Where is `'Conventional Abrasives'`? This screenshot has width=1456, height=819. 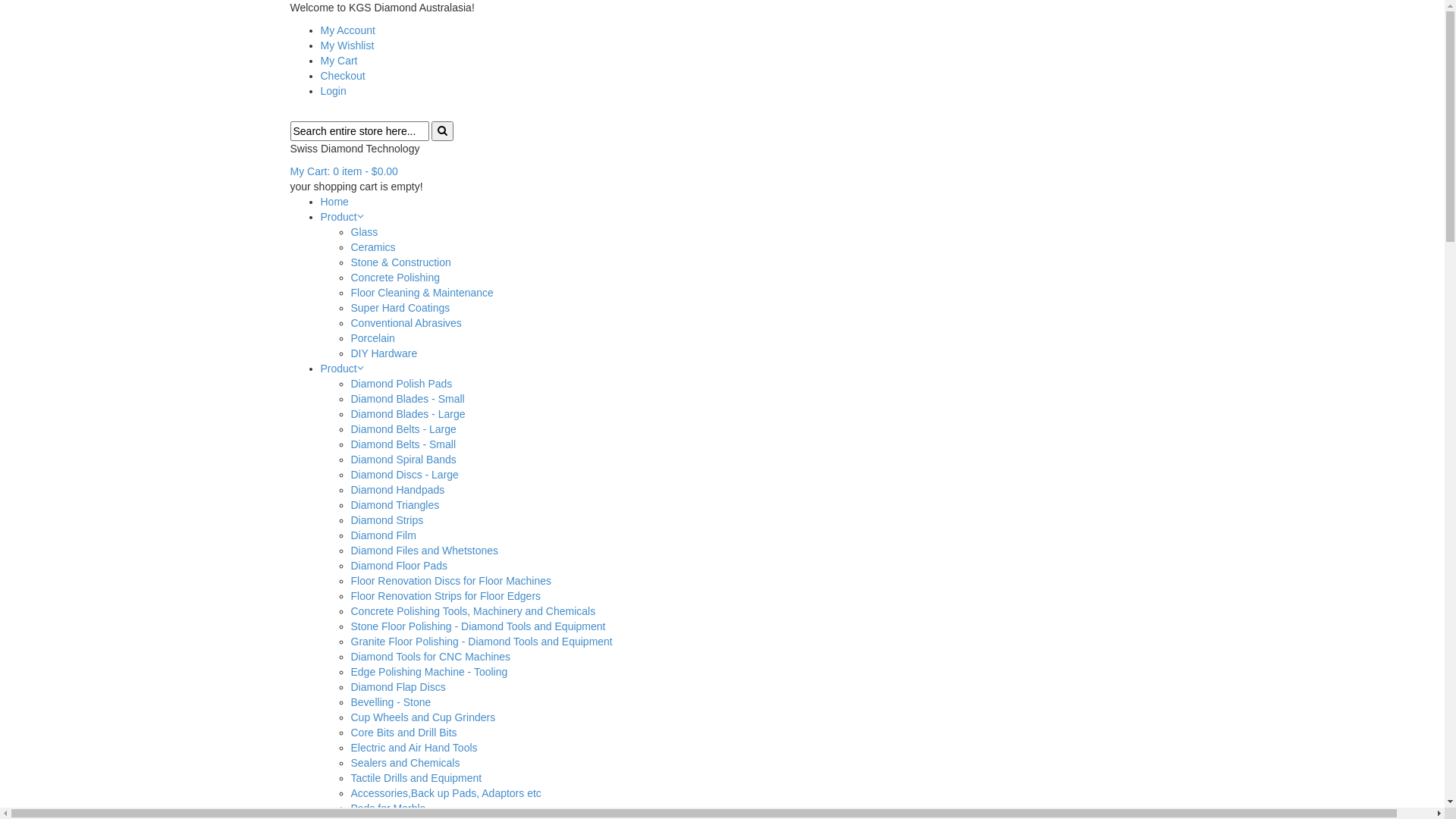
'Conventional Abrasives' is located at coordinates (405, 322).